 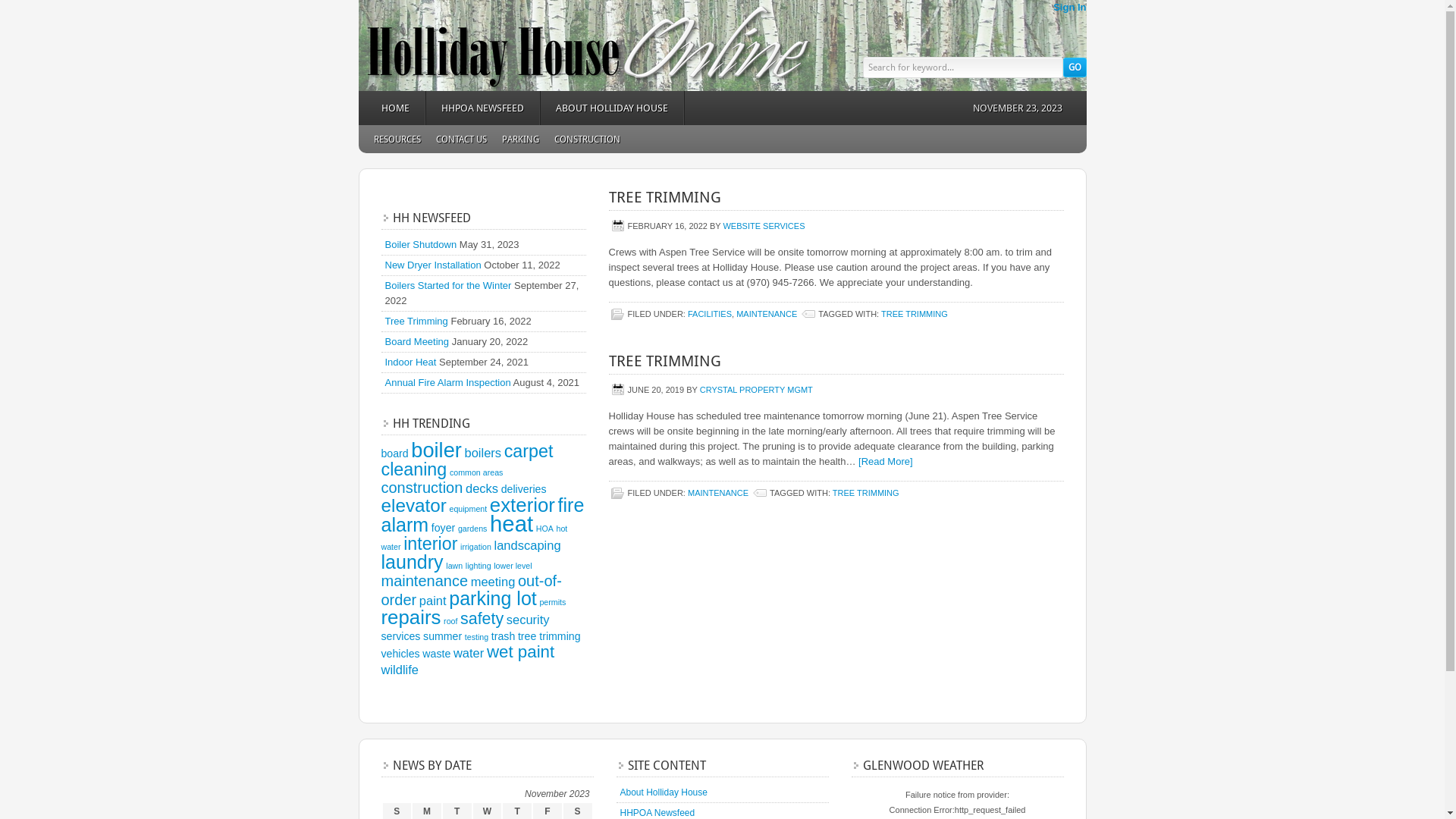 What do you see at coordinates (467, 509) in the screenshot?
I see `'equipment'` at bounding box center [467, 509].